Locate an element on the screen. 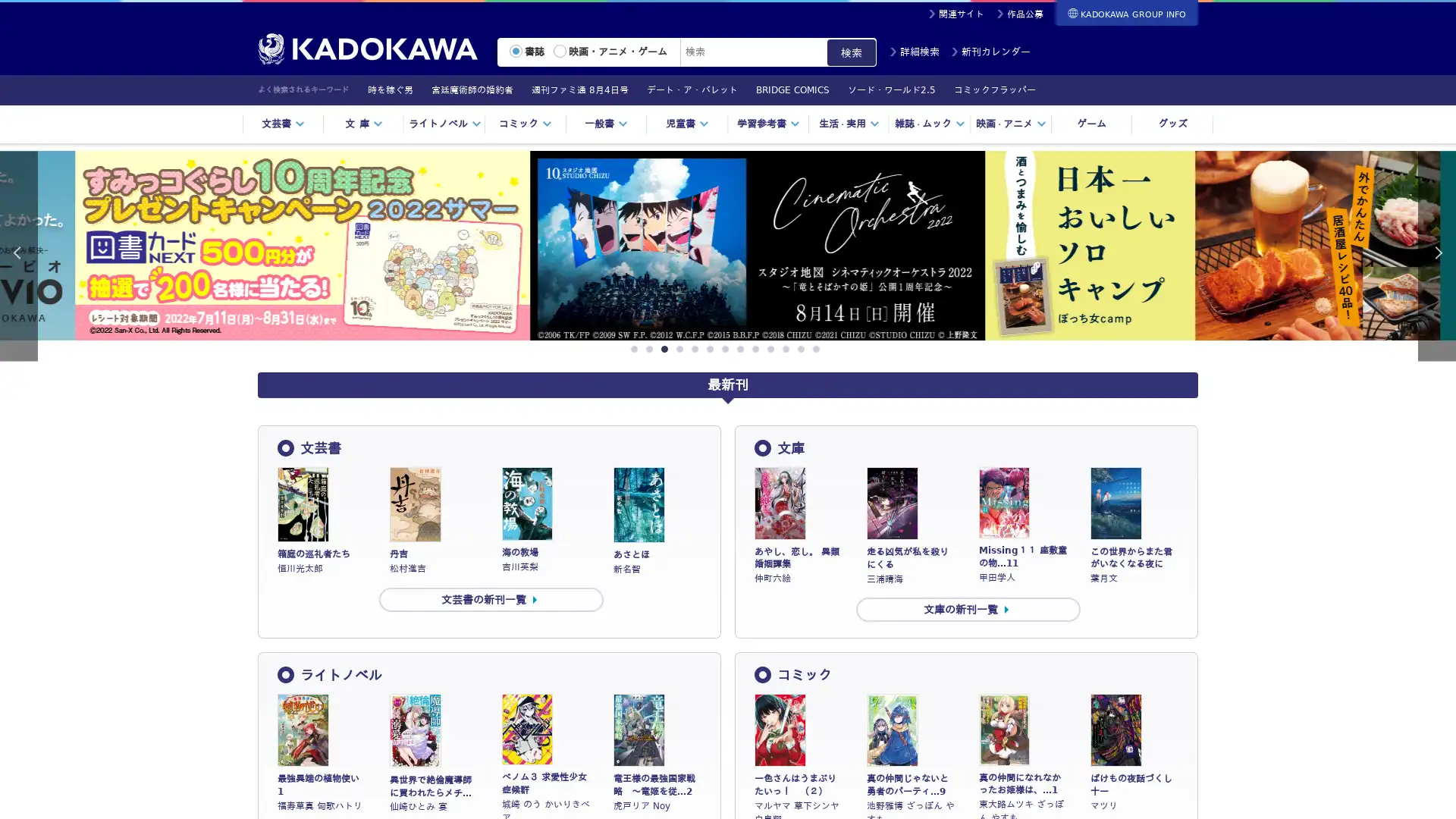  9 is located at coordinates (758, 350).